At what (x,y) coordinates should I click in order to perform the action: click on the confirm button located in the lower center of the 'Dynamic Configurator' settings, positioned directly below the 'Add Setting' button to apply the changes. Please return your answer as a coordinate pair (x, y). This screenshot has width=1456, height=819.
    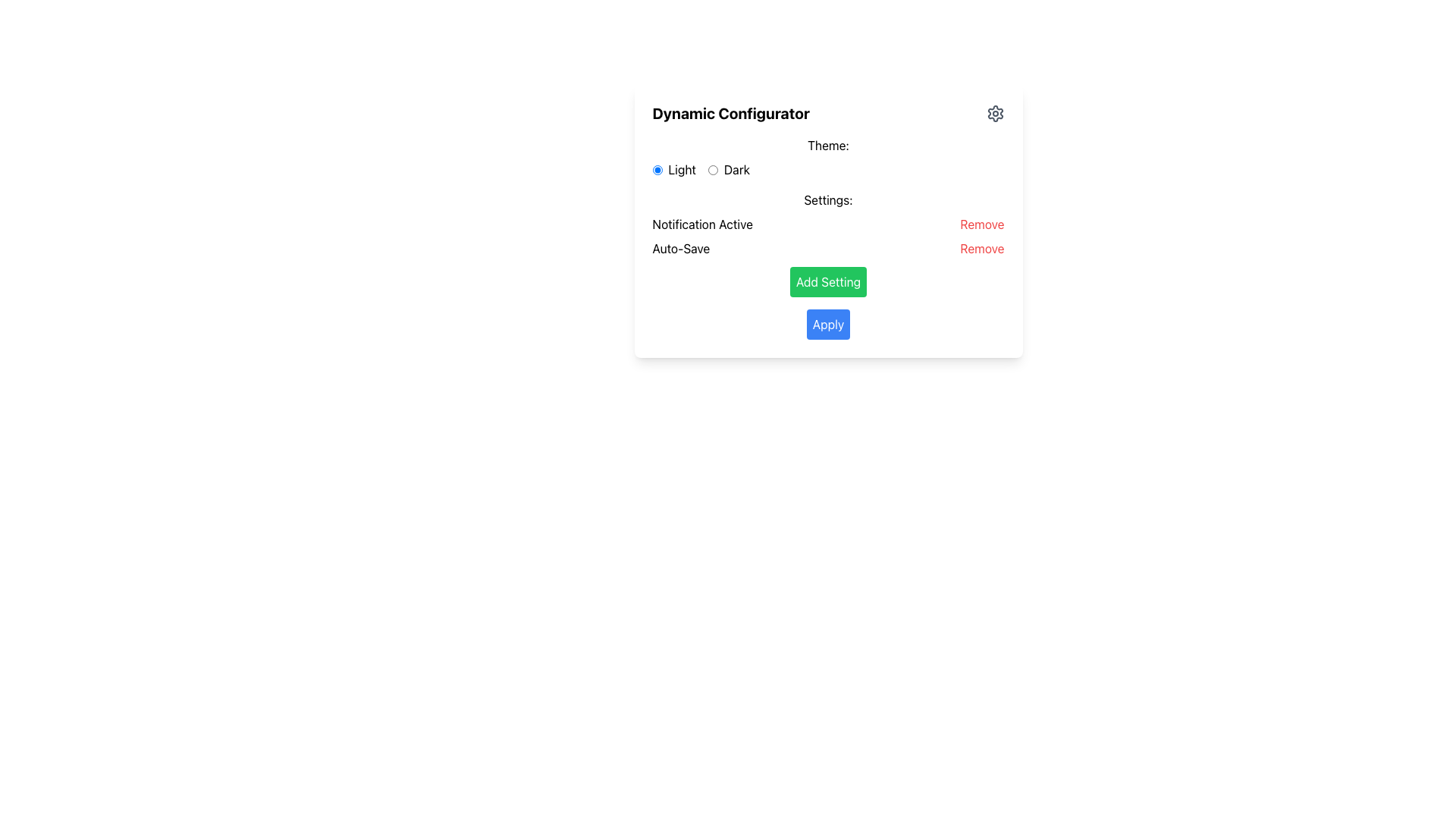
    Looking at the image, I should click on (827, 324).